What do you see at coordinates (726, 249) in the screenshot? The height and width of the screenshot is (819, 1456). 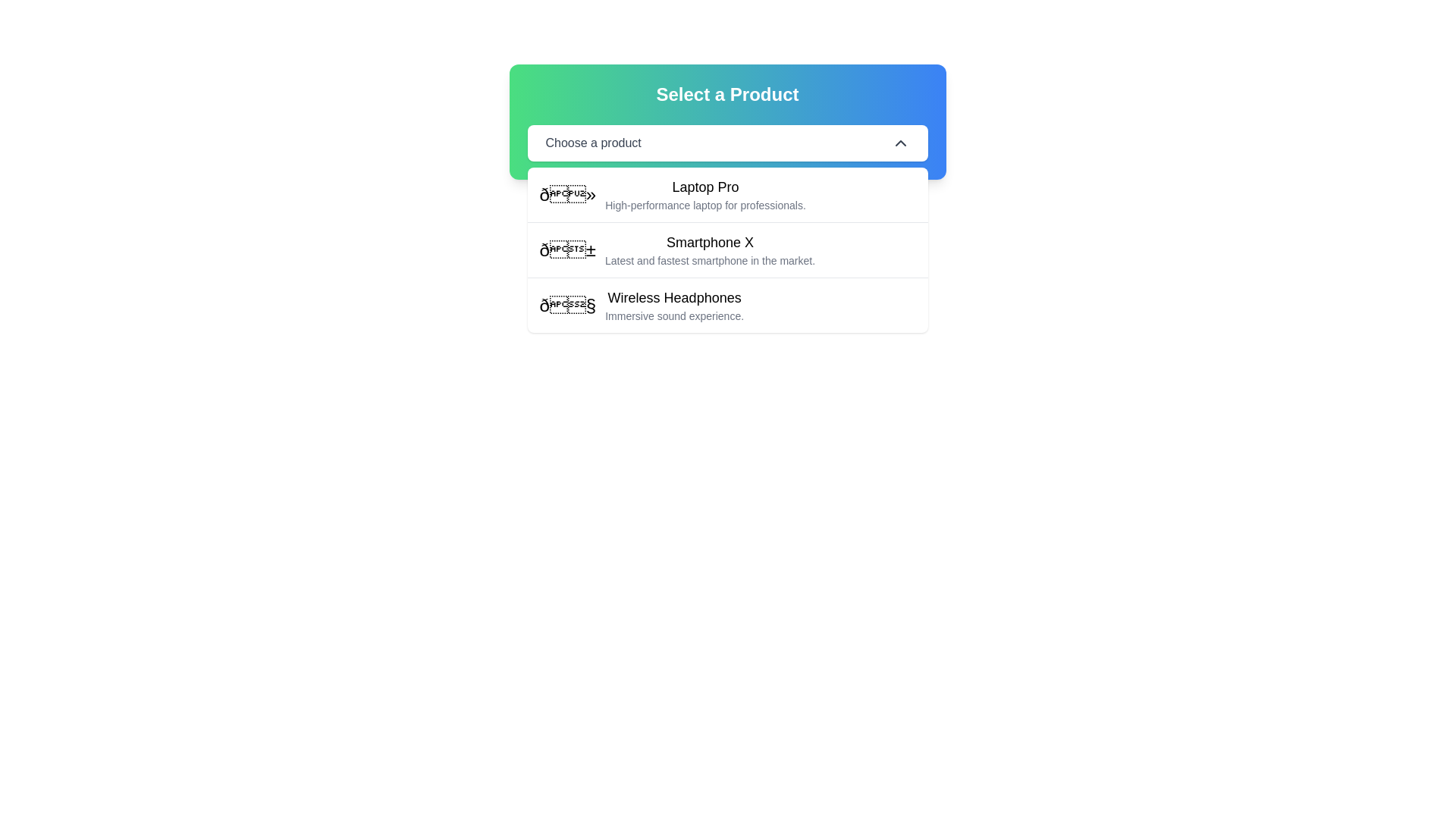 I see `the second selectable option in the dropdown menu under the 'Select a Product' section, which is positioned between 'Laptop Pro' and 'Wireless Headphones'` at bounding box center [726, 249].